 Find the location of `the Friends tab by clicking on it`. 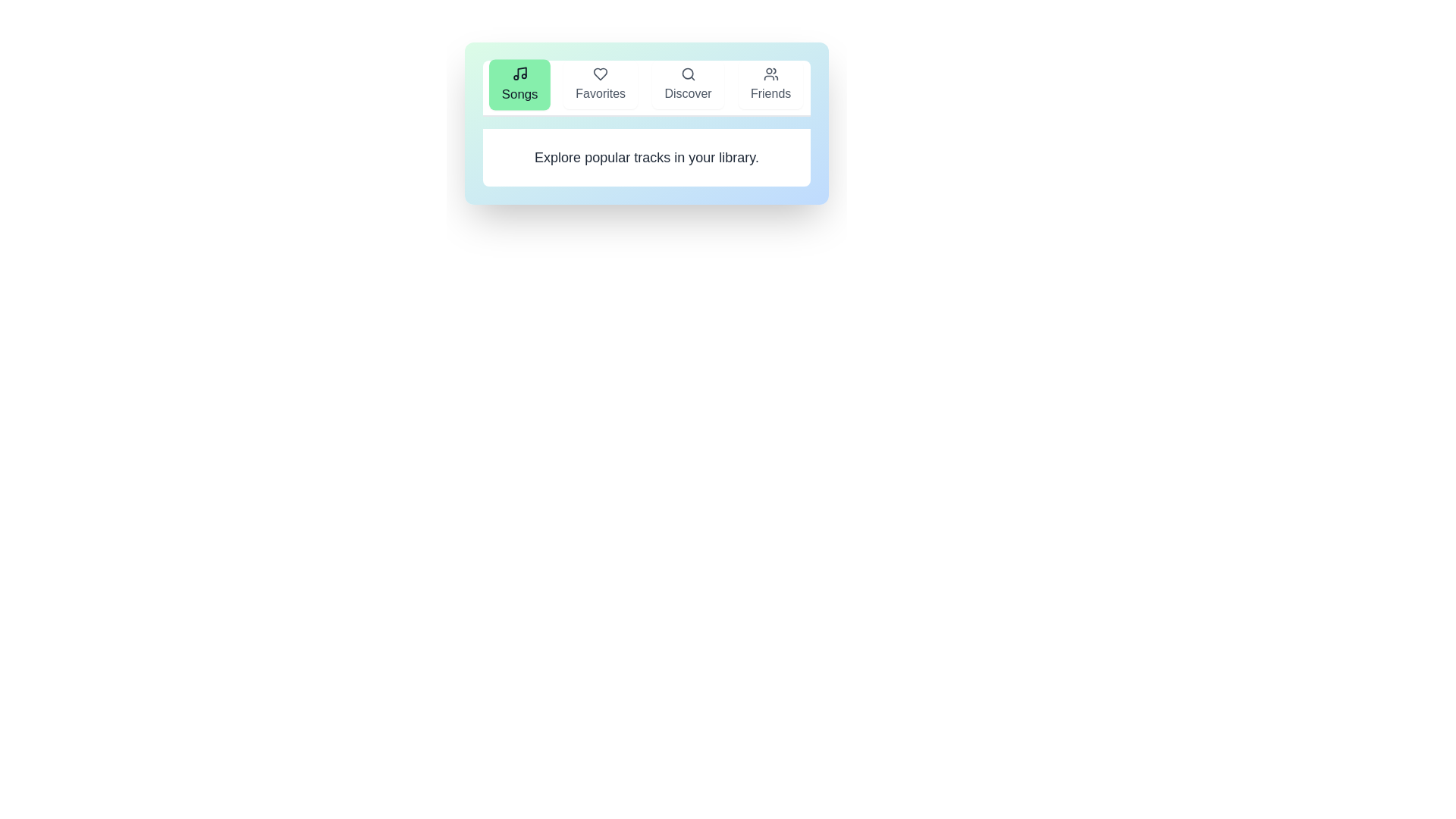

the Friends tab by clicking on it is located at coordinates (770, 84).